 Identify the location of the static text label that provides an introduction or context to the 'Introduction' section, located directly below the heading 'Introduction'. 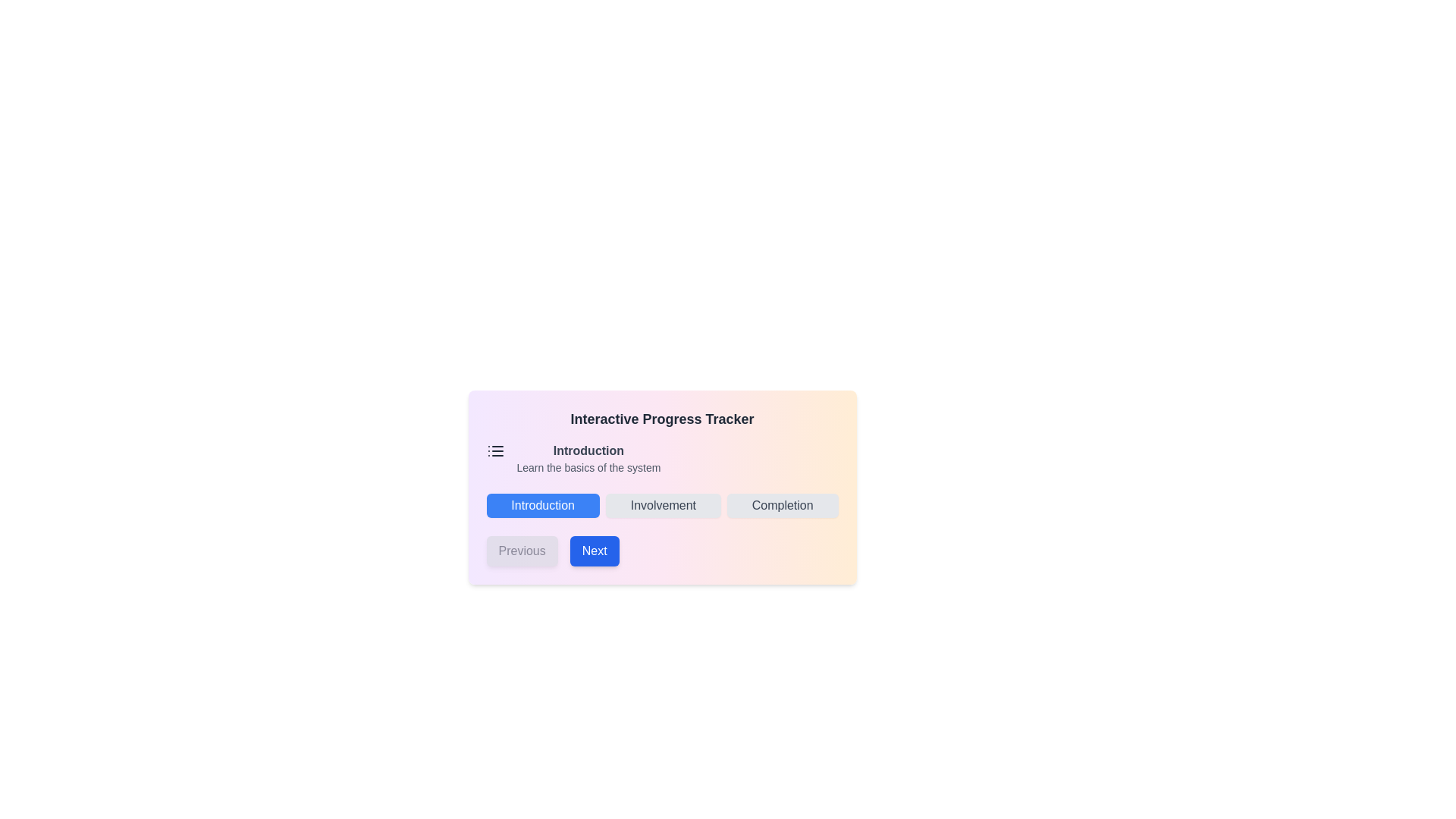
(588, 467).